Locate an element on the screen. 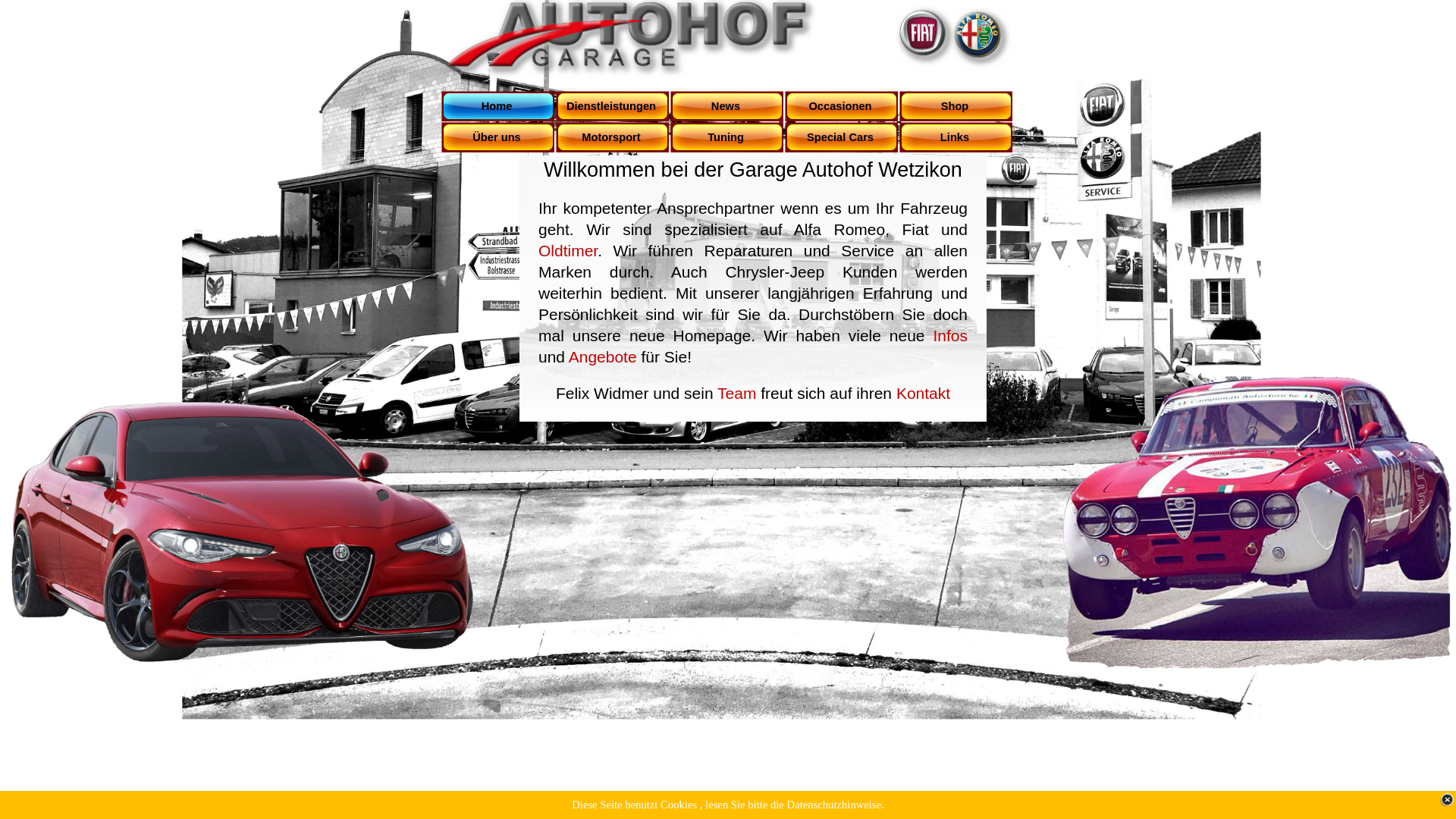 This screenshot has height=819, width=1456. 'News' is located at coordinates (726, 105).